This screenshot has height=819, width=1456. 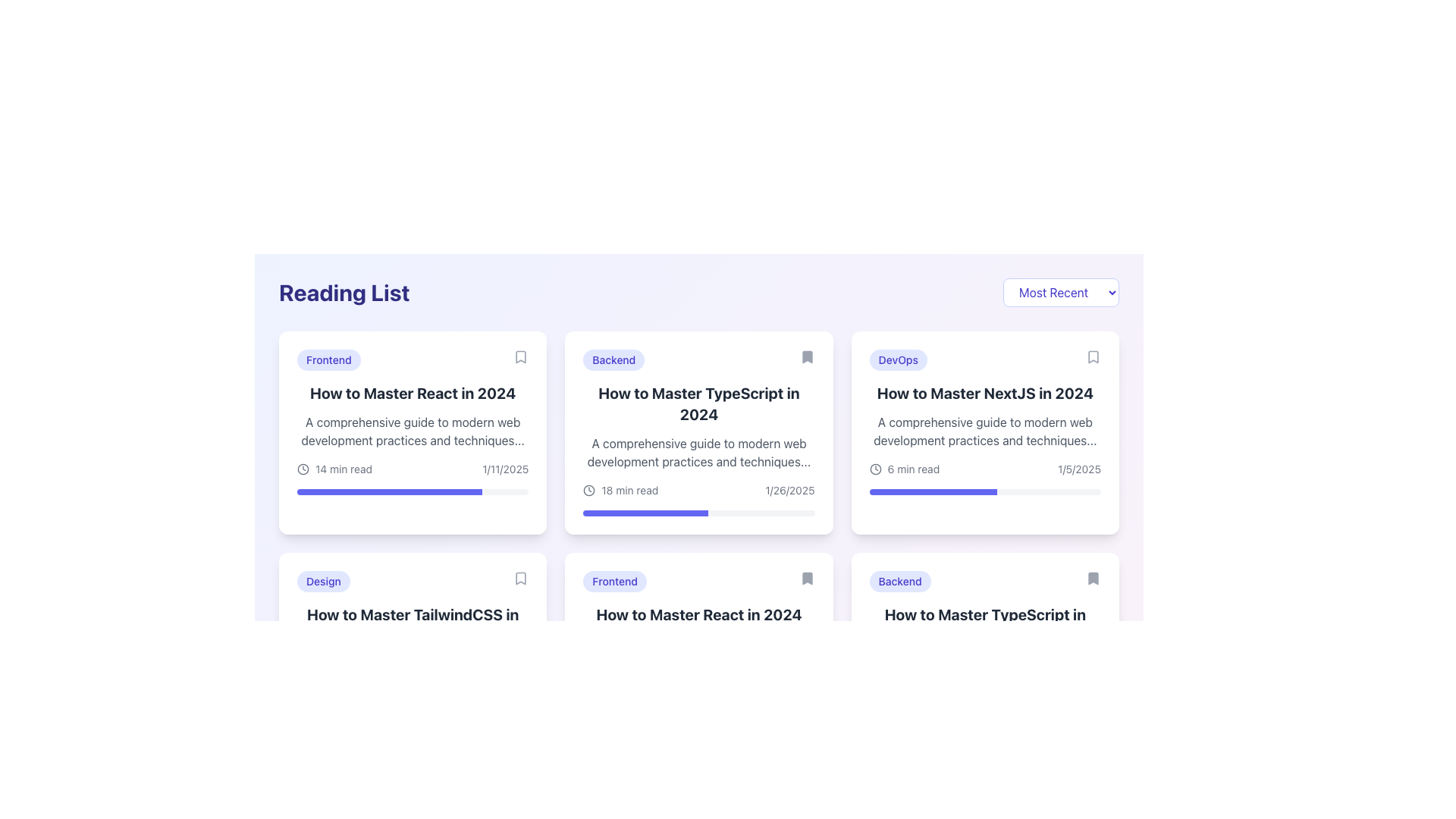 What do you see at coordinates (698, 452) in the screenshot?
I see `text element styled in gray font that is located below the title 'How to Master TypeScript in 2024' within a card structure` at bounding box center [698, 452].